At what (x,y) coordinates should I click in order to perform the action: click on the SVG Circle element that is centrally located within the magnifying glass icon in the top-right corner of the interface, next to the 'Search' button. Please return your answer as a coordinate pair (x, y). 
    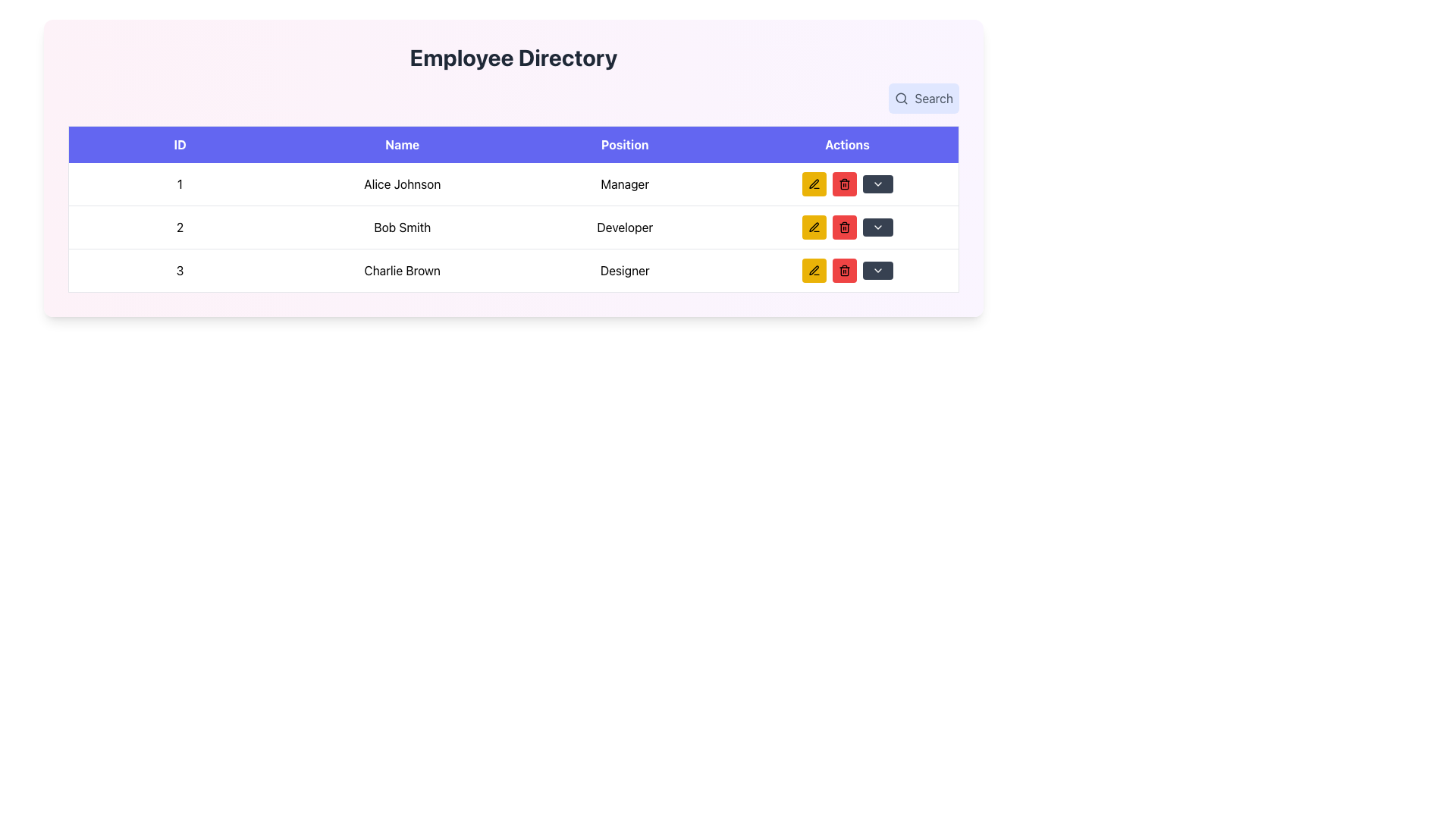
    Looking at the image, I should click on (901, 98).